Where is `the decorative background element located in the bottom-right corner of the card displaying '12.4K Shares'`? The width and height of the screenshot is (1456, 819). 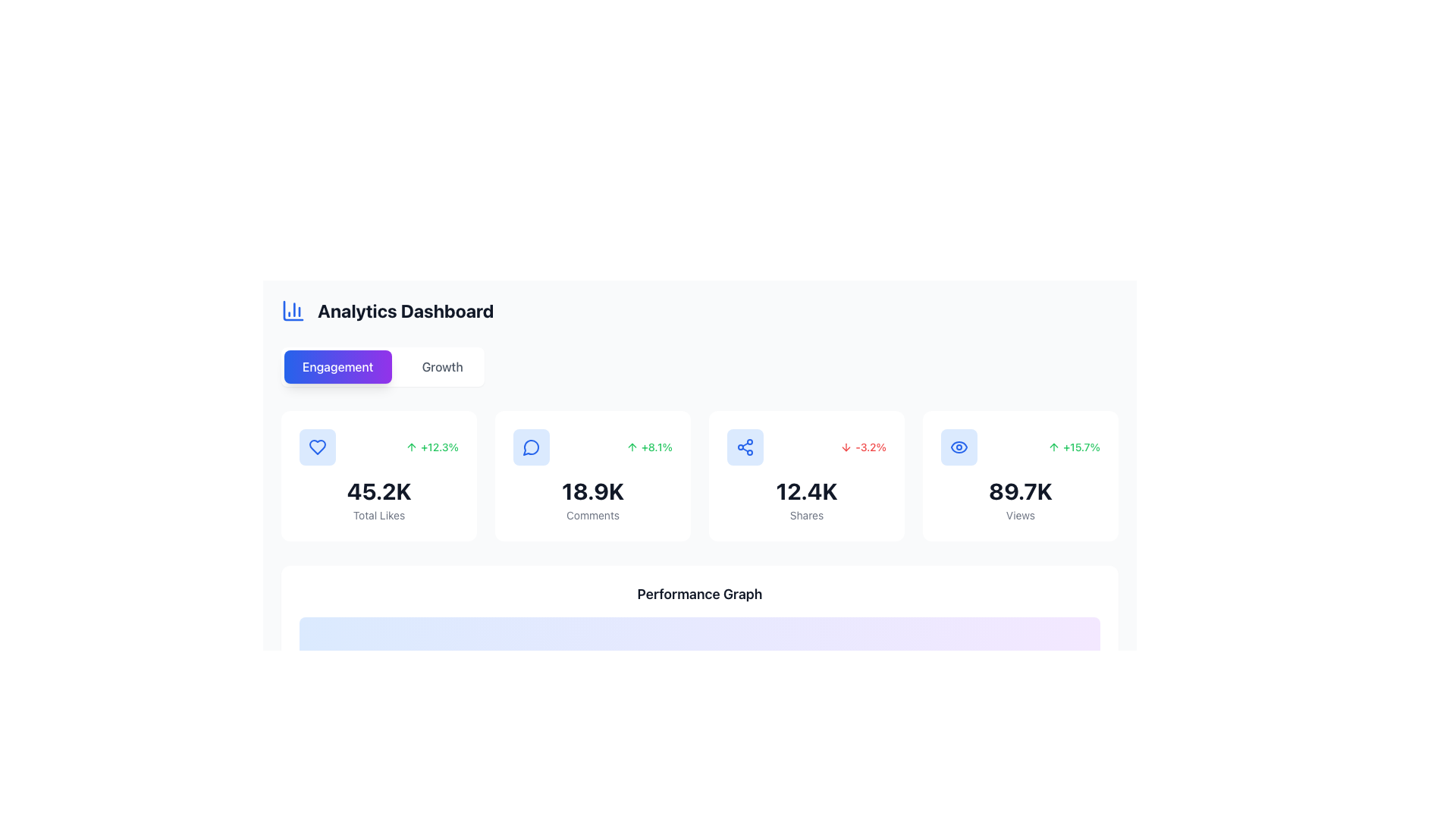 the decorative background element located in the bottom-right corner of the card displaying '12.4K Shares' is located at coordinates (880, 516).